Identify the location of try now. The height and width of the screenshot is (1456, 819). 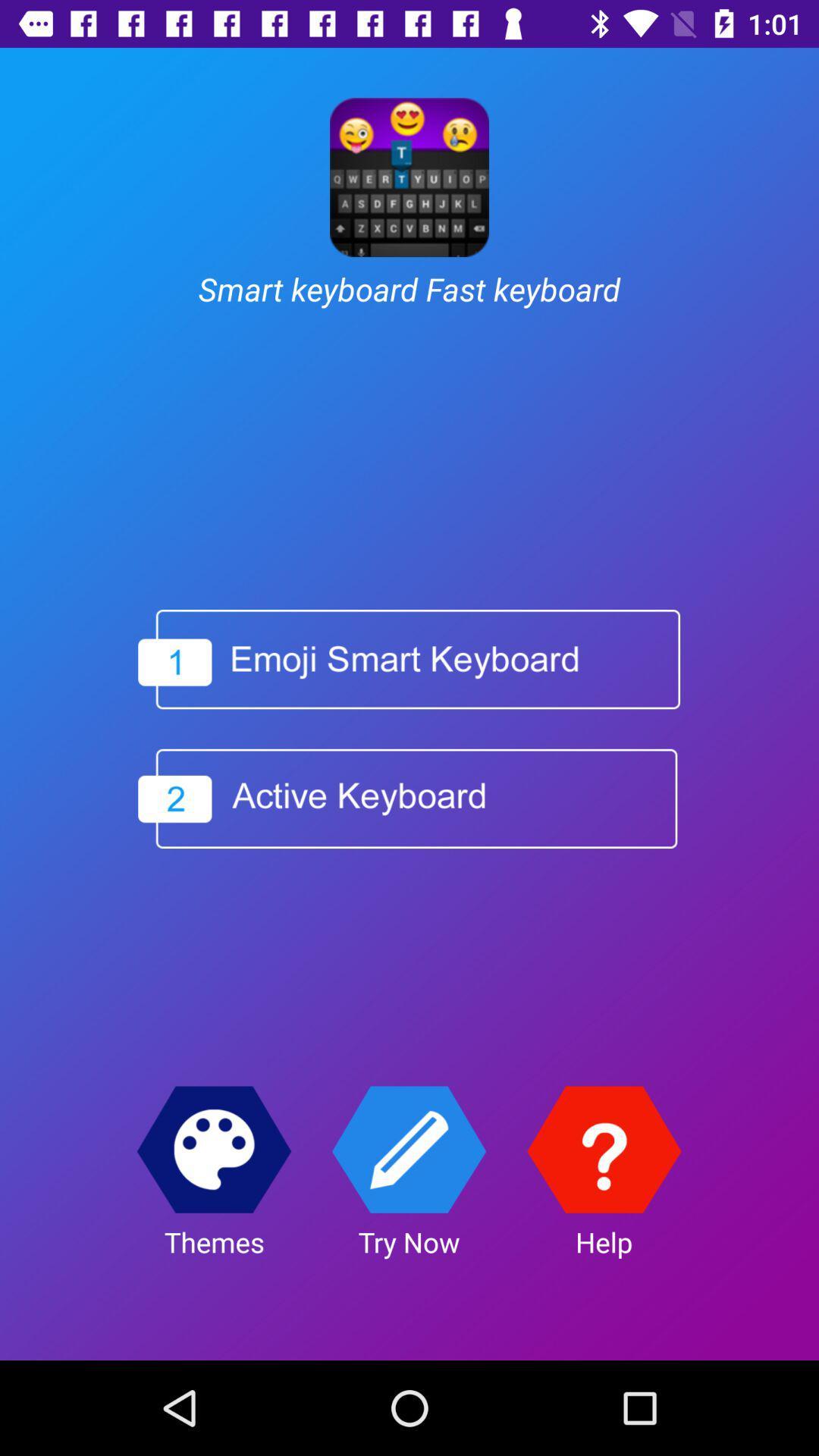
(408, 1150).